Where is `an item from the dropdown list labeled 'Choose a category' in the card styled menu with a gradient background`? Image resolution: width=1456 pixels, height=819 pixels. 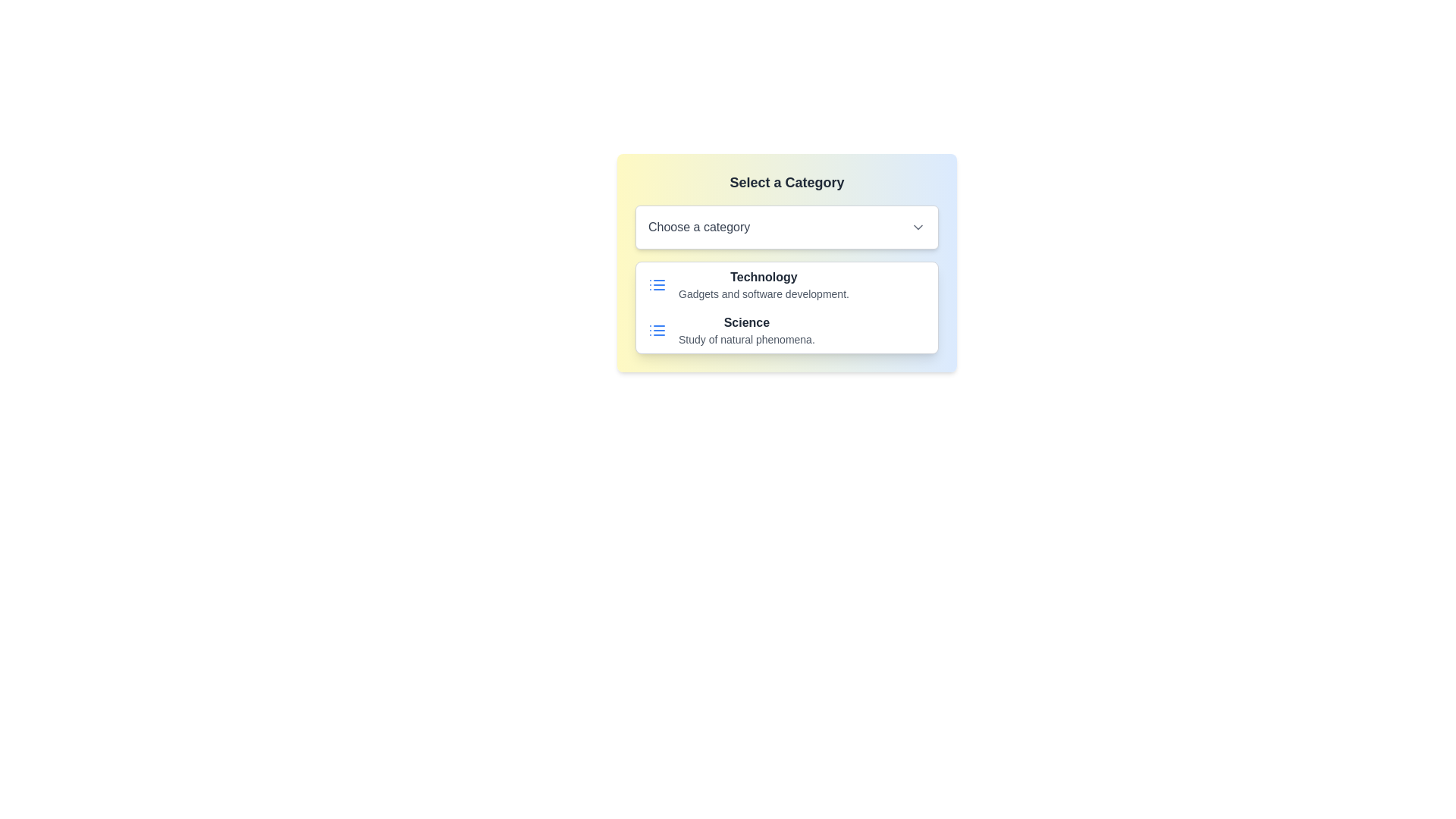
an item from the dropdown list labeled 'Choose a category' in the card styled menu with a gradient background is located at coordinates (786, 262).